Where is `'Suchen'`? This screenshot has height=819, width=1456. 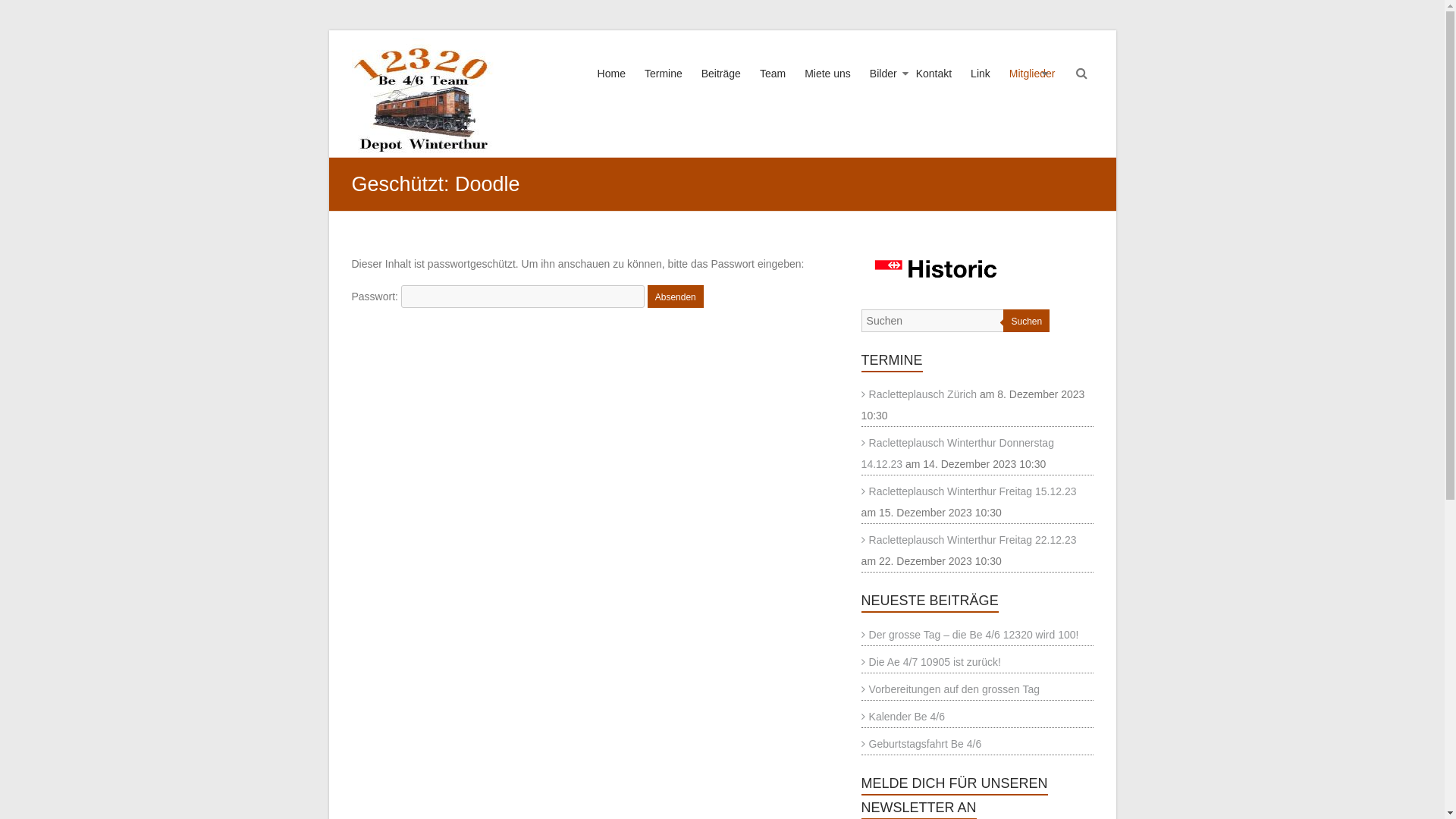 'Suchen' is located at coordinates (1003, 320).